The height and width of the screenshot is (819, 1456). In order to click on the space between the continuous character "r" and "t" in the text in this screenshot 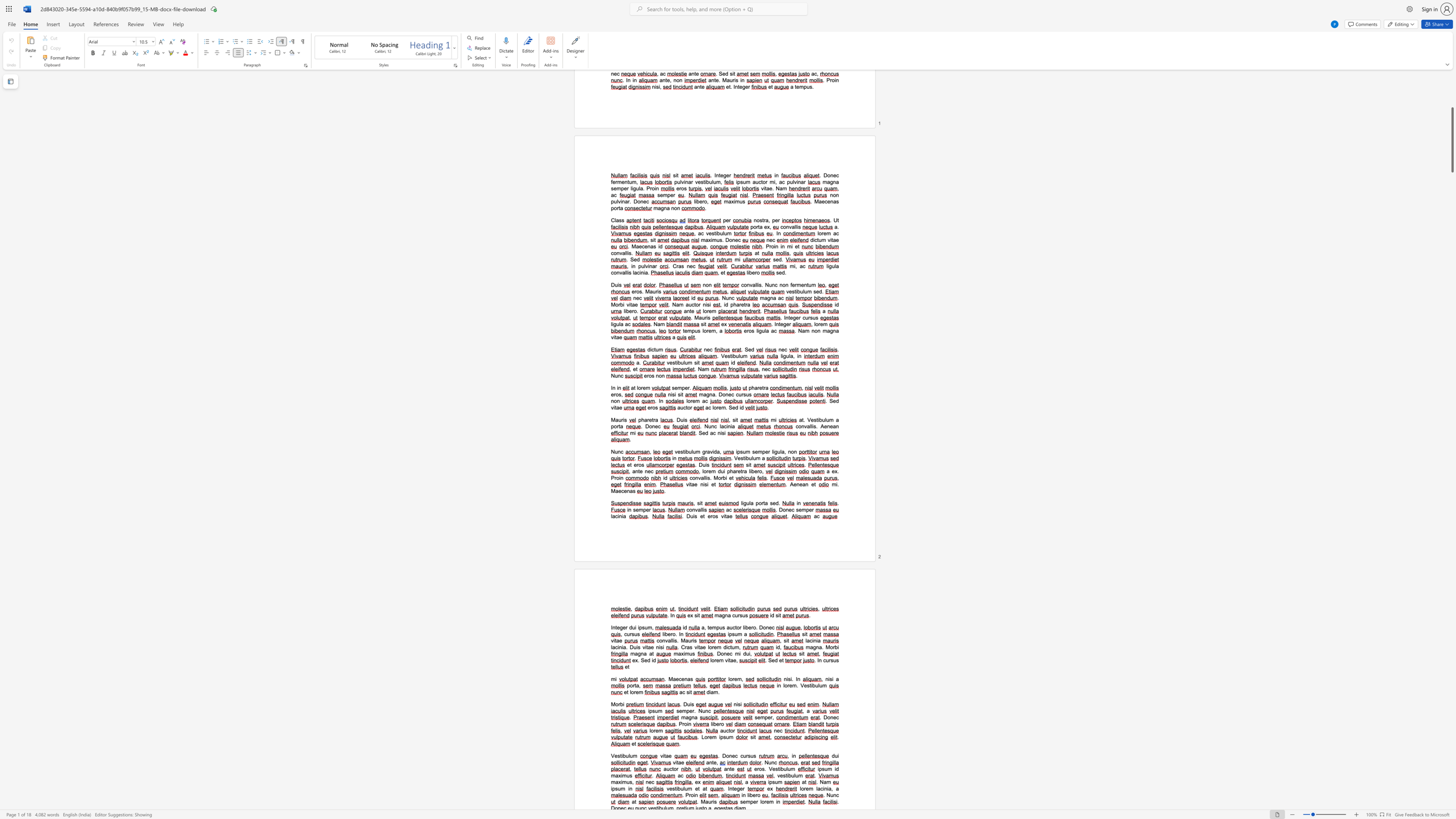, I will do `click(762, 503)`.